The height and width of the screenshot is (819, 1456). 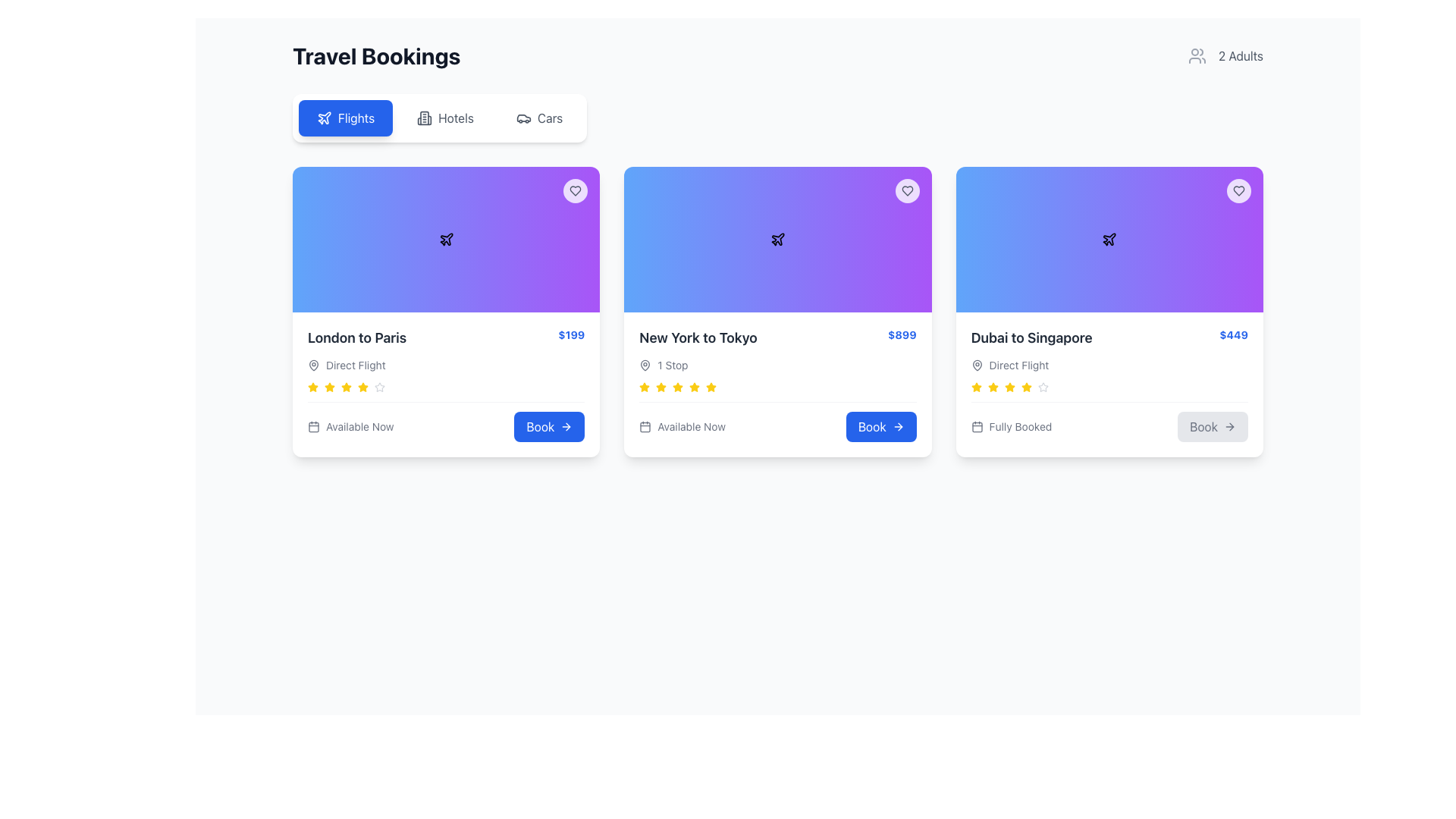 What do you see at coordinates (672, 366) in the screenshot?
I see `information from the '1 Stop' text label, which is styled in a subdued color tone and located next to a map pin icon in the middle card of the interface` at bounding box center [672, 366].